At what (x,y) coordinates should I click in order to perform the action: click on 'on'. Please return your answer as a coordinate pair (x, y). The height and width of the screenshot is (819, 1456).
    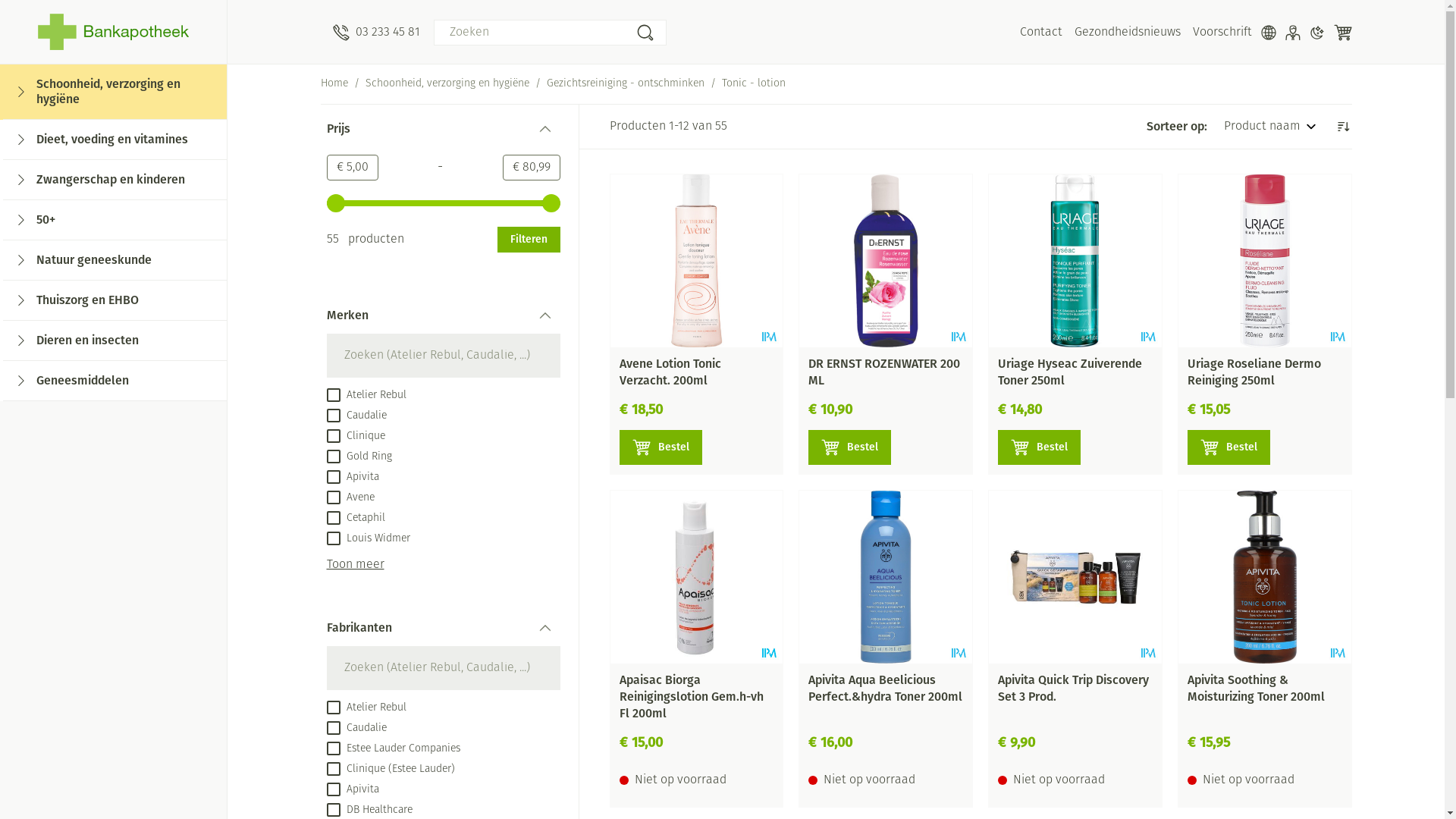
    Looking at the image, I should click on (331, 748).